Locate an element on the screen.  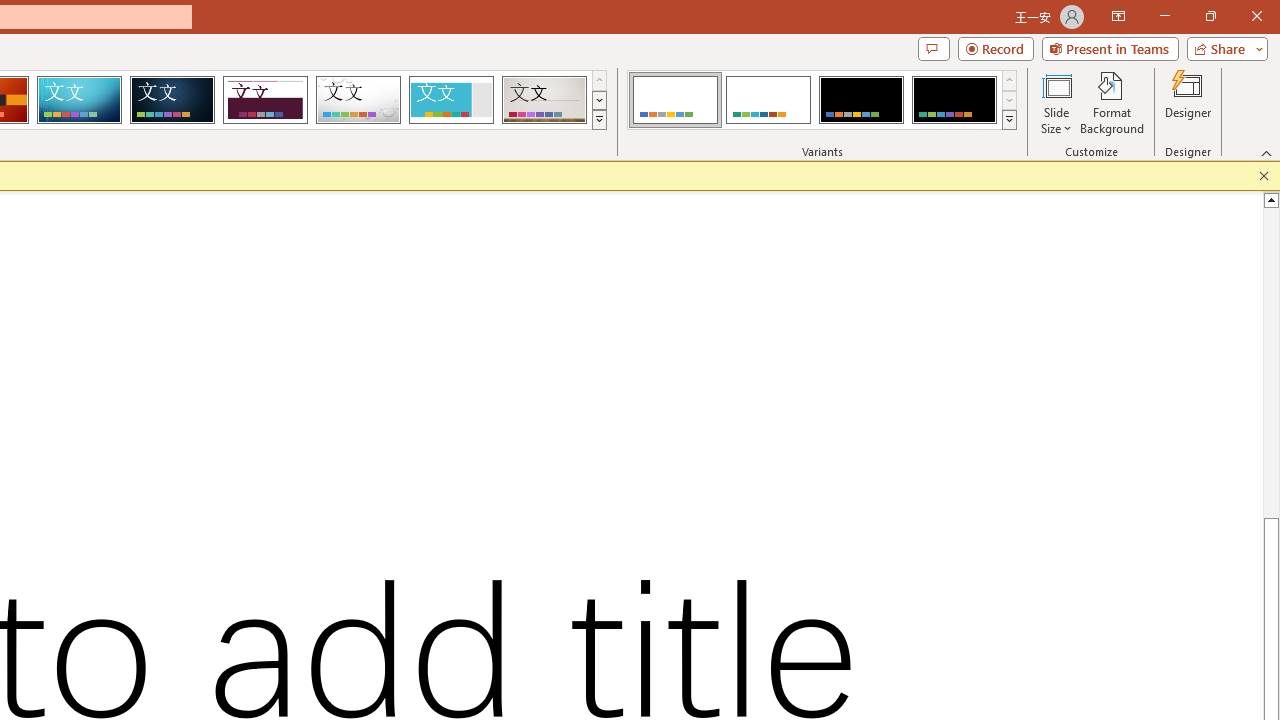
'Frame' is located at coordinates (450, 100).